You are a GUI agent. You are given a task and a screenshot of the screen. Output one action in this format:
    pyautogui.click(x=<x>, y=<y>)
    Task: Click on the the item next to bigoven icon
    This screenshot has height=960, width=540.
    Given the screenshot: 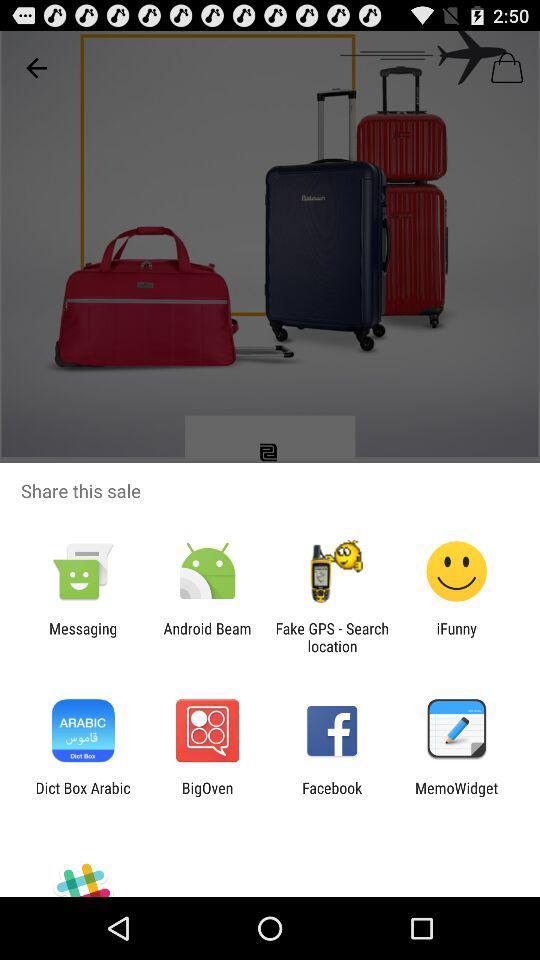 What is the action you would take?
    pyautogui.click(x=332, y=796)
    